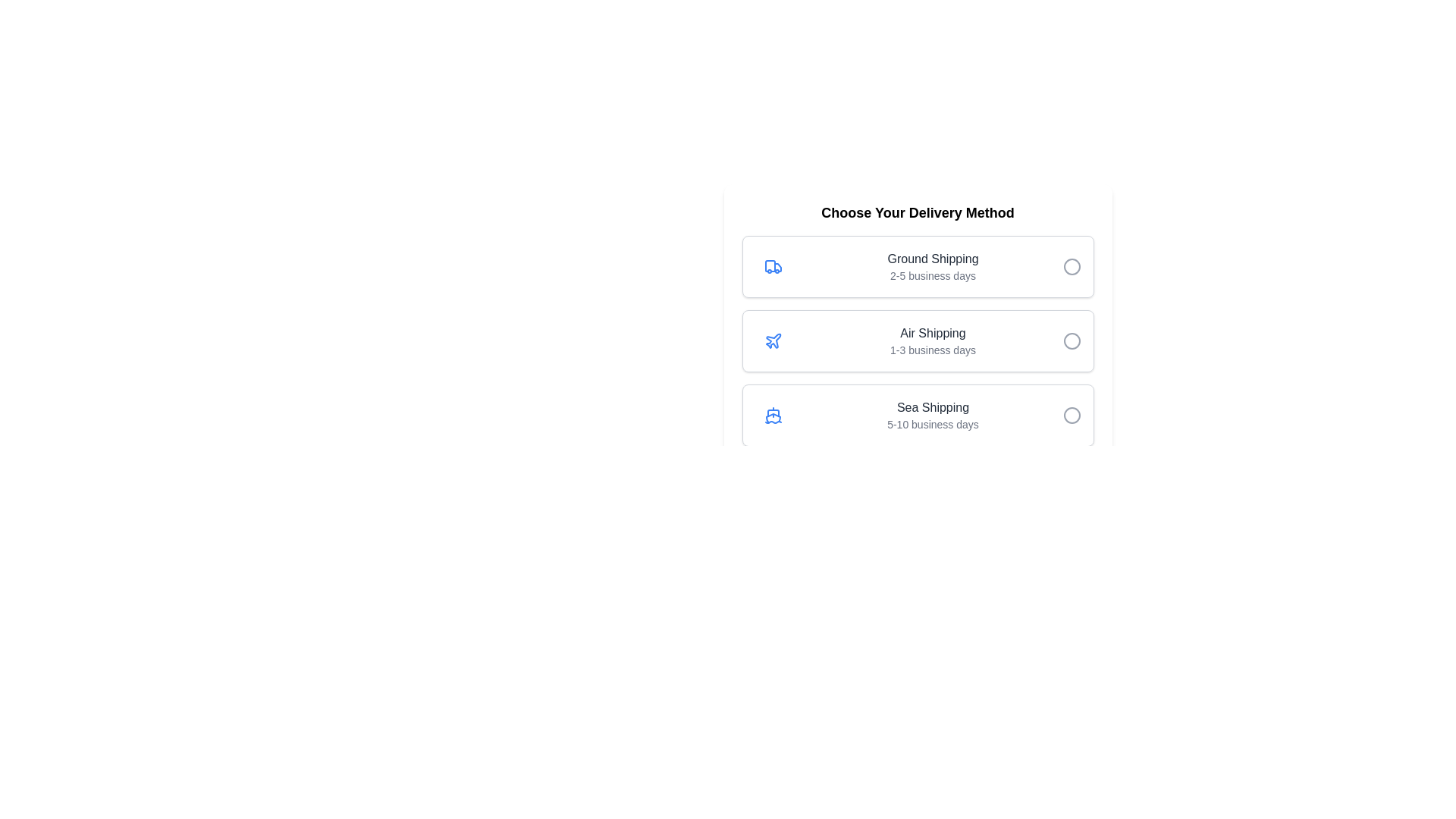  I want to click on the static text that indicates the expected delivery time for the 'Sea Shipping' option, located below the corresponding delivery method text in the interface, so click(932, 424).